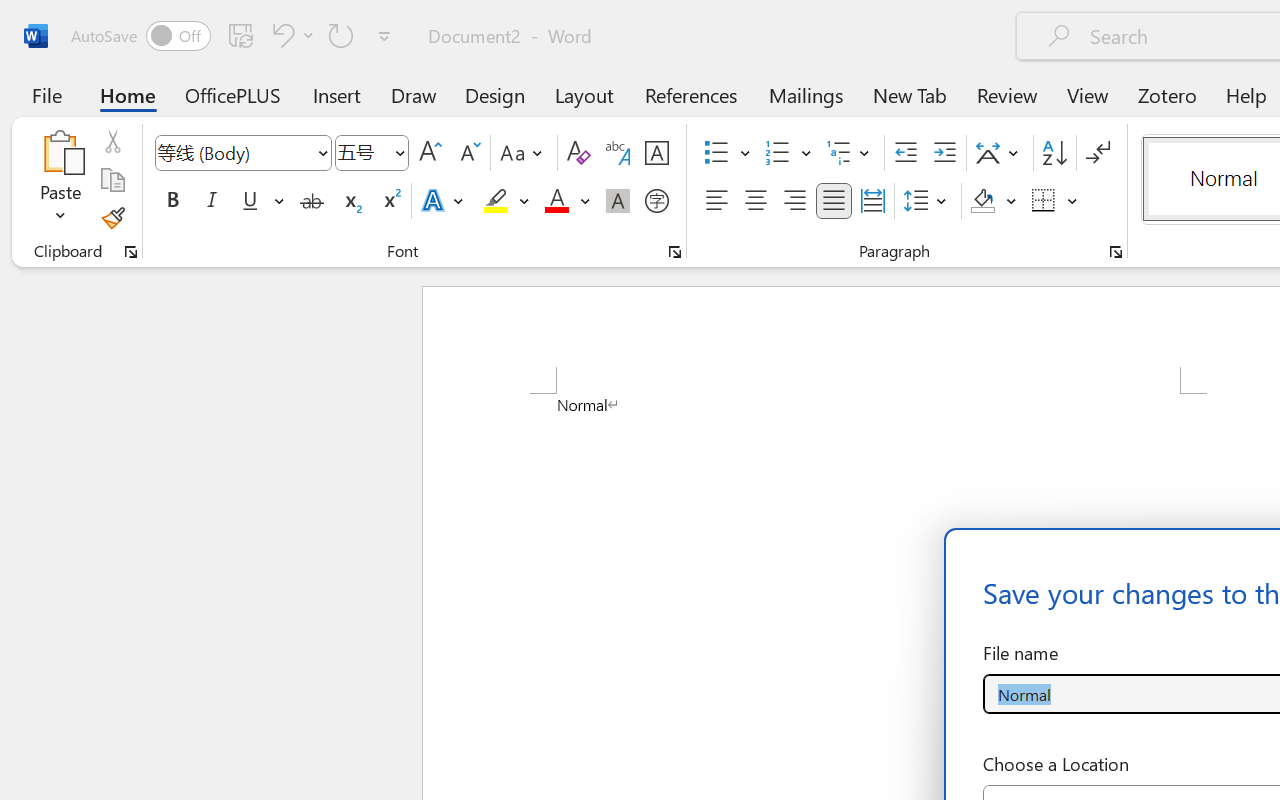 Image resolution: width=1280 pixels, height=800 pixels. What do you see at coordinates (716, 201) in the screenshot?
I see `'Align Left'` at bounding box center [716, 201].